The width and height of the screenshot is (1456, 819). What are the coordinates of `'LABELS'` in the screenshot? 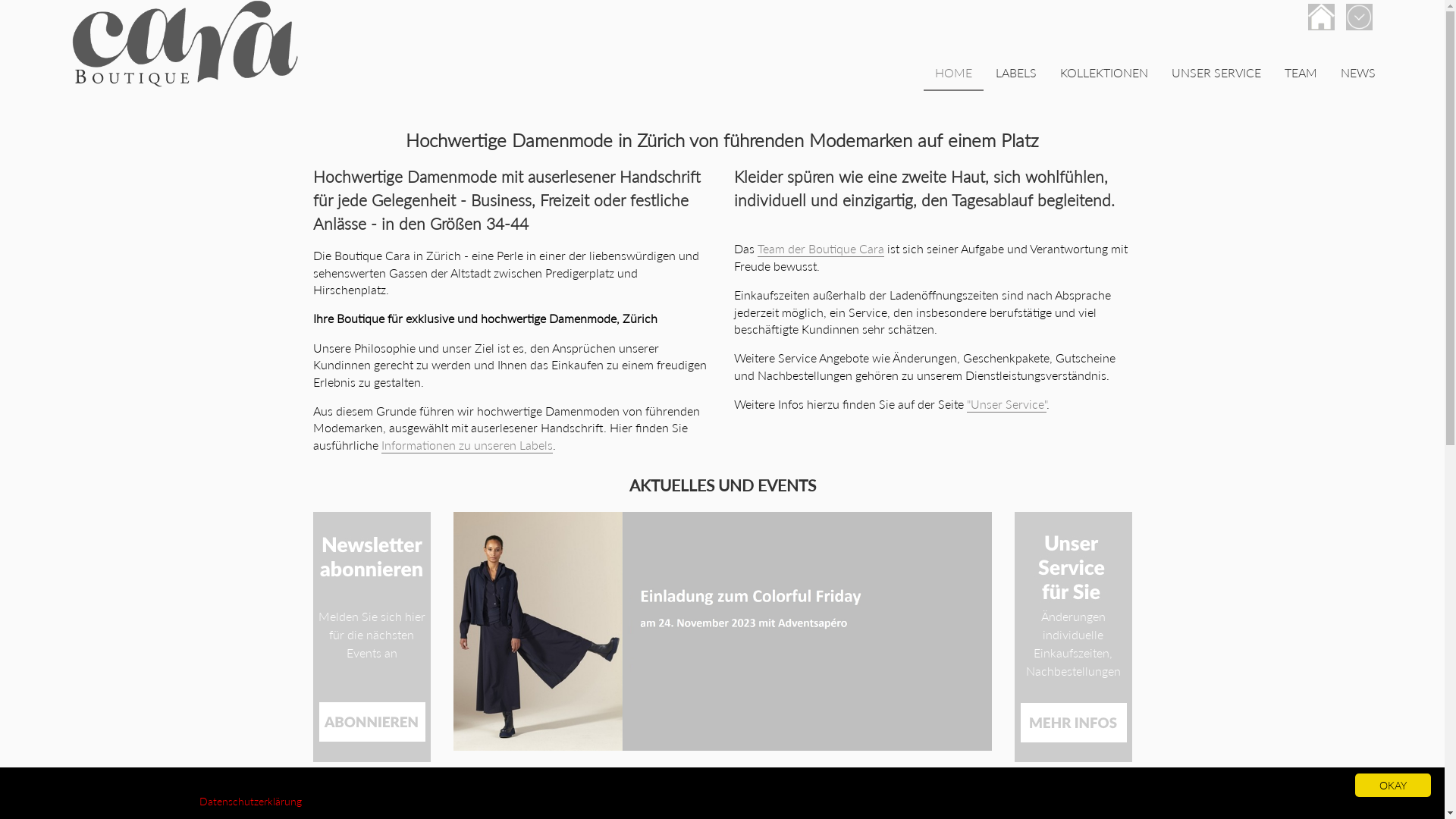 It's located at (984, 74).